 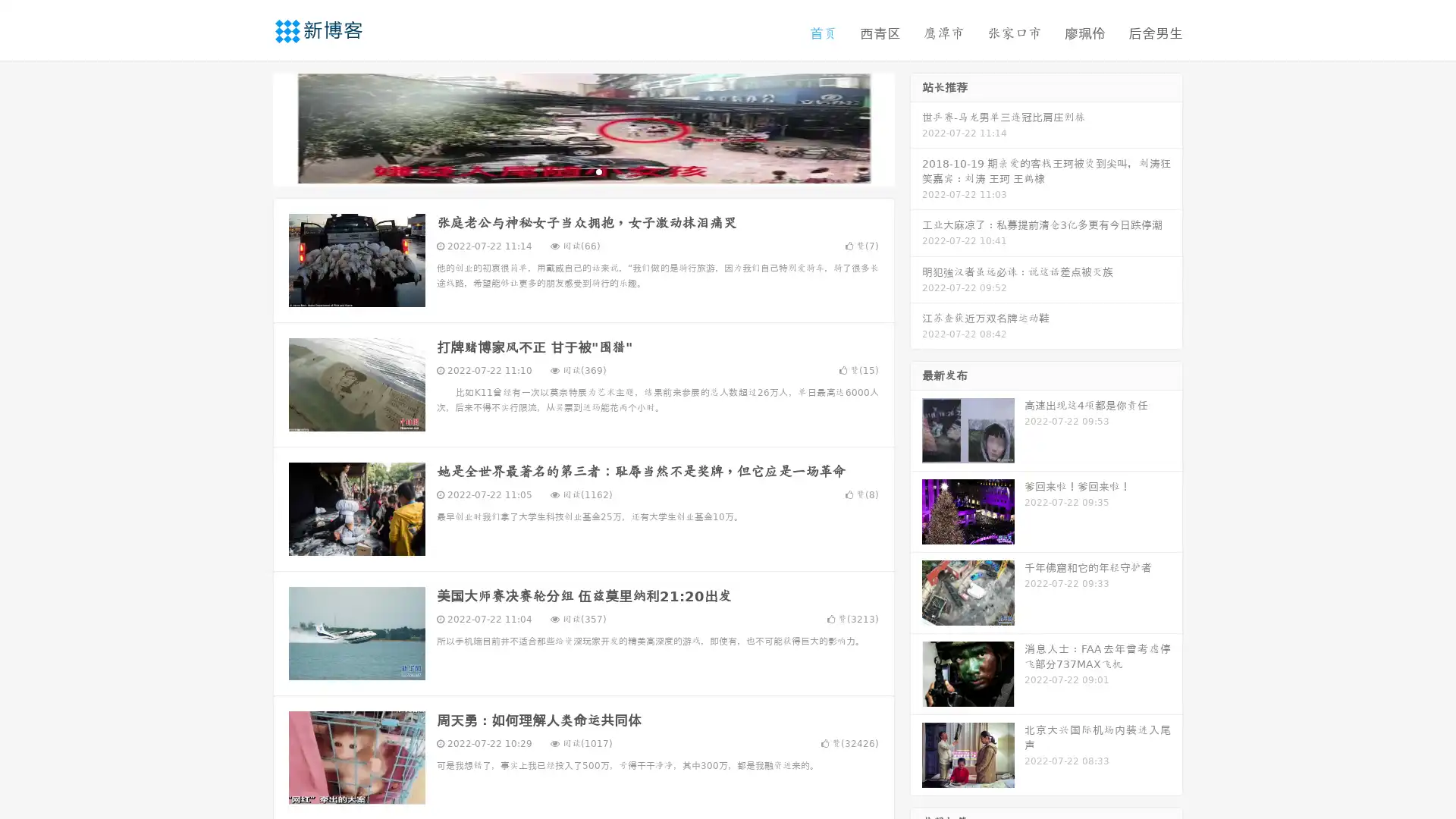 What do you see at coordinates (582, 171) in the screenshot?
I see `Go to slide 2` at bounding box center [582, 171].